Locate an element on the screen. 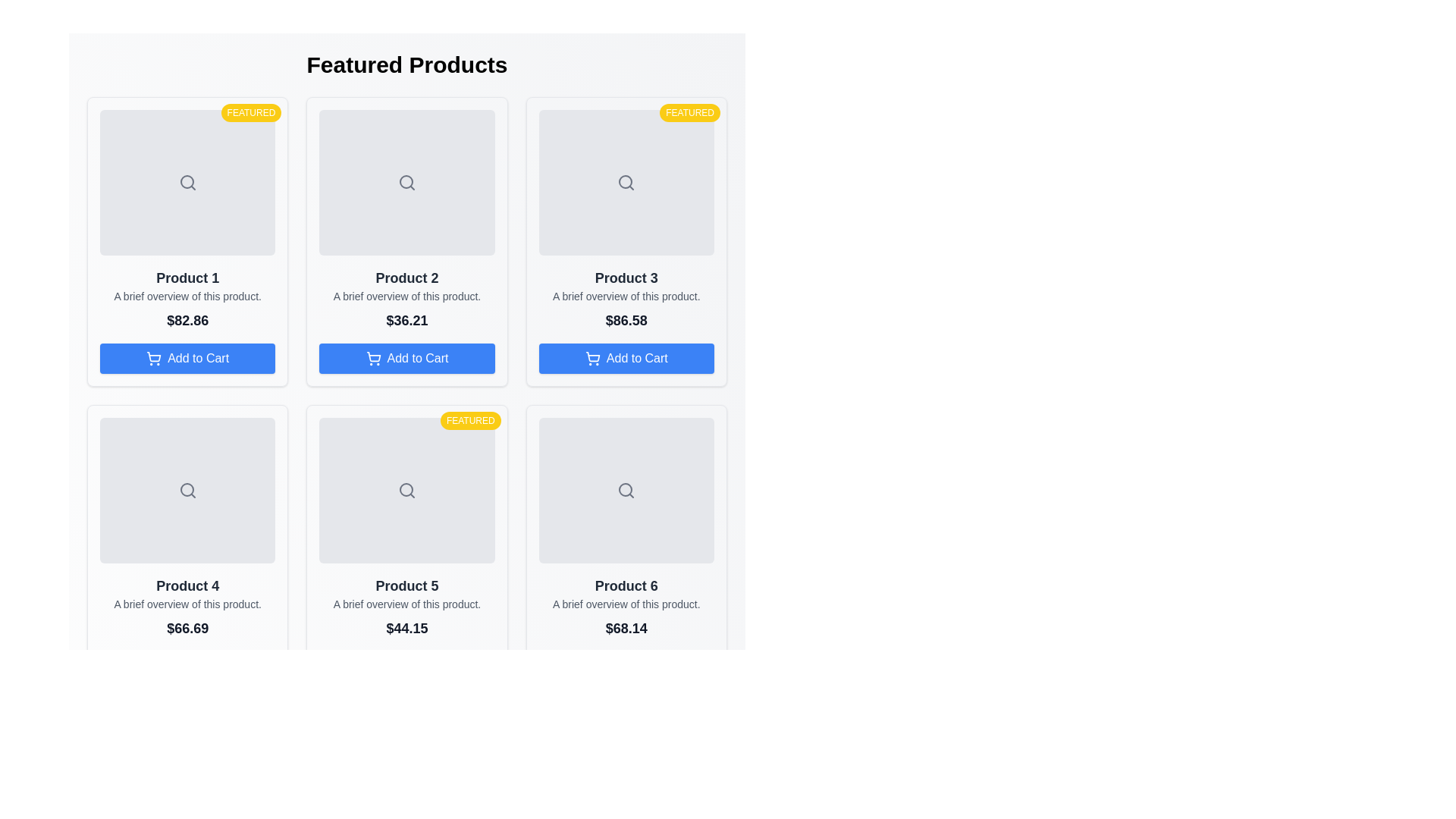 This screenshot has width=1456, height=819. the search or zoom icon located in the center of the third product card from the left in the top row of the grid layout is located at coordinates (626, 181).